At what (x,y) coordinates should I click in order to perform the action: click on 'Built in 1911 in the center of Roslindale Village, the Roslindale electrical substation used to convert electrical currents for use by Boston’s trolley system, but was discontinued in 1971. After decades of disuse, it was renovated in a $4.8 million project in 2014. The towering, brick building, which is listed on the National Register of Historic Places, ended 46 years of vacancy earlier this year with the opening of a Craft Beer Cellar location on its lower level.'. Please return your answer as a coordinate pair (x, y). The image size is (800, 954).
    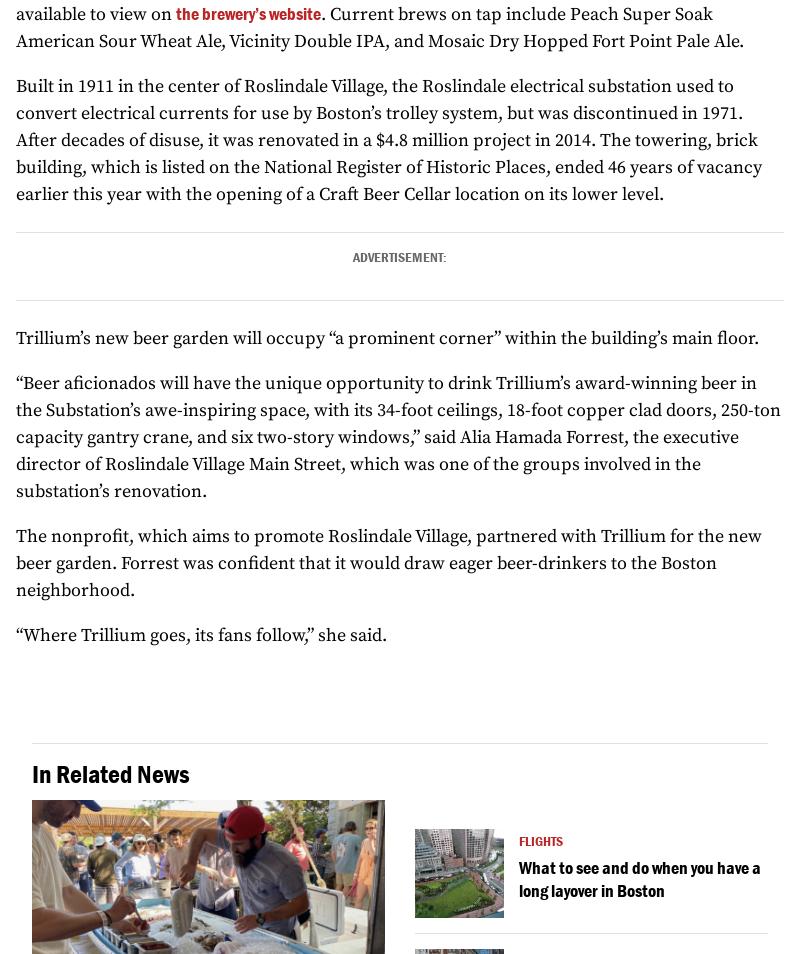
    Looking at the image, I should click on (388, 139).